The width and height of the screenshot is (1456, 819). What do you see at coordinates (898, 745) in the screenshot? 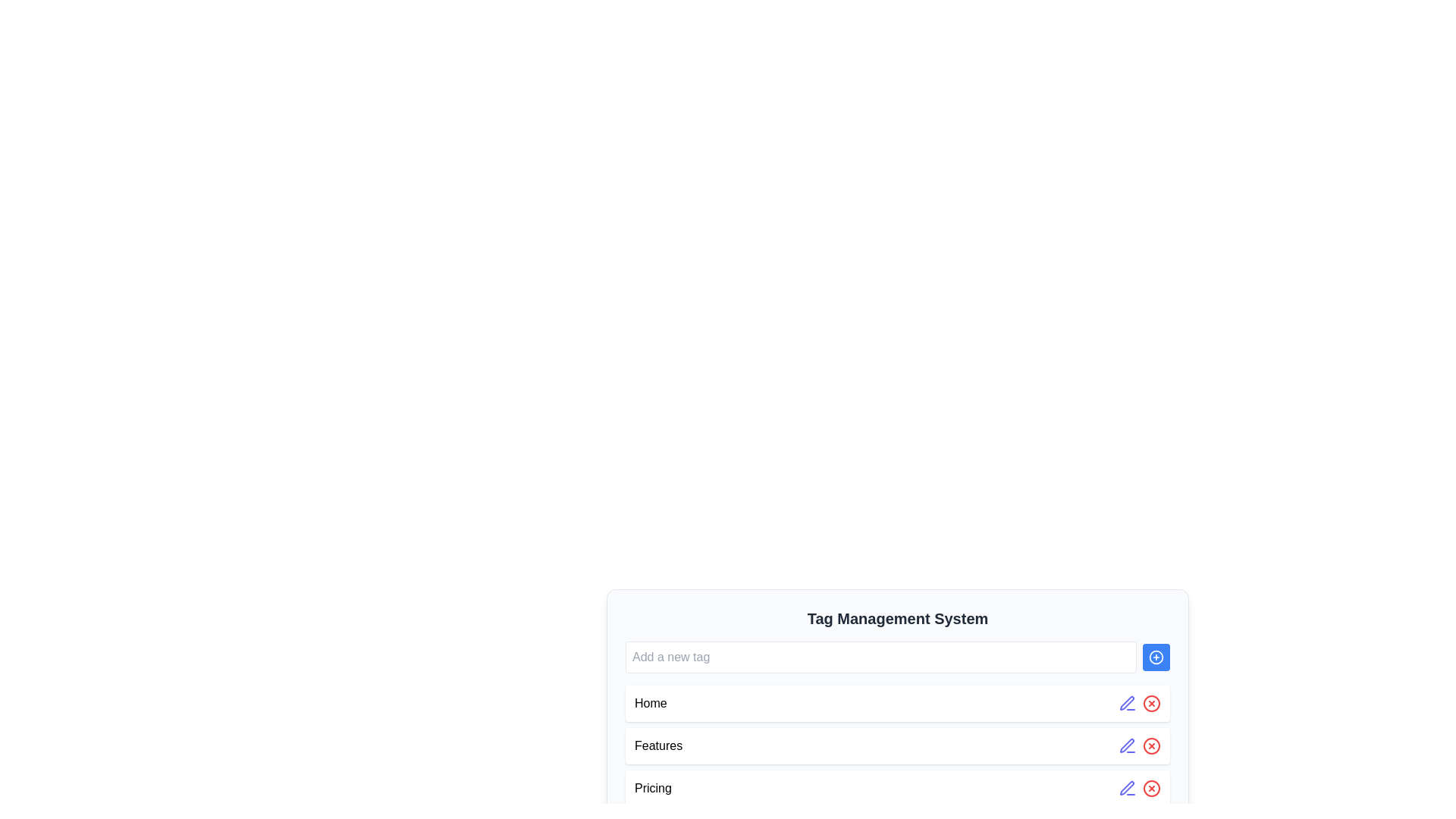
I see `the 'Features' list item` at bounding box center [898, 745].